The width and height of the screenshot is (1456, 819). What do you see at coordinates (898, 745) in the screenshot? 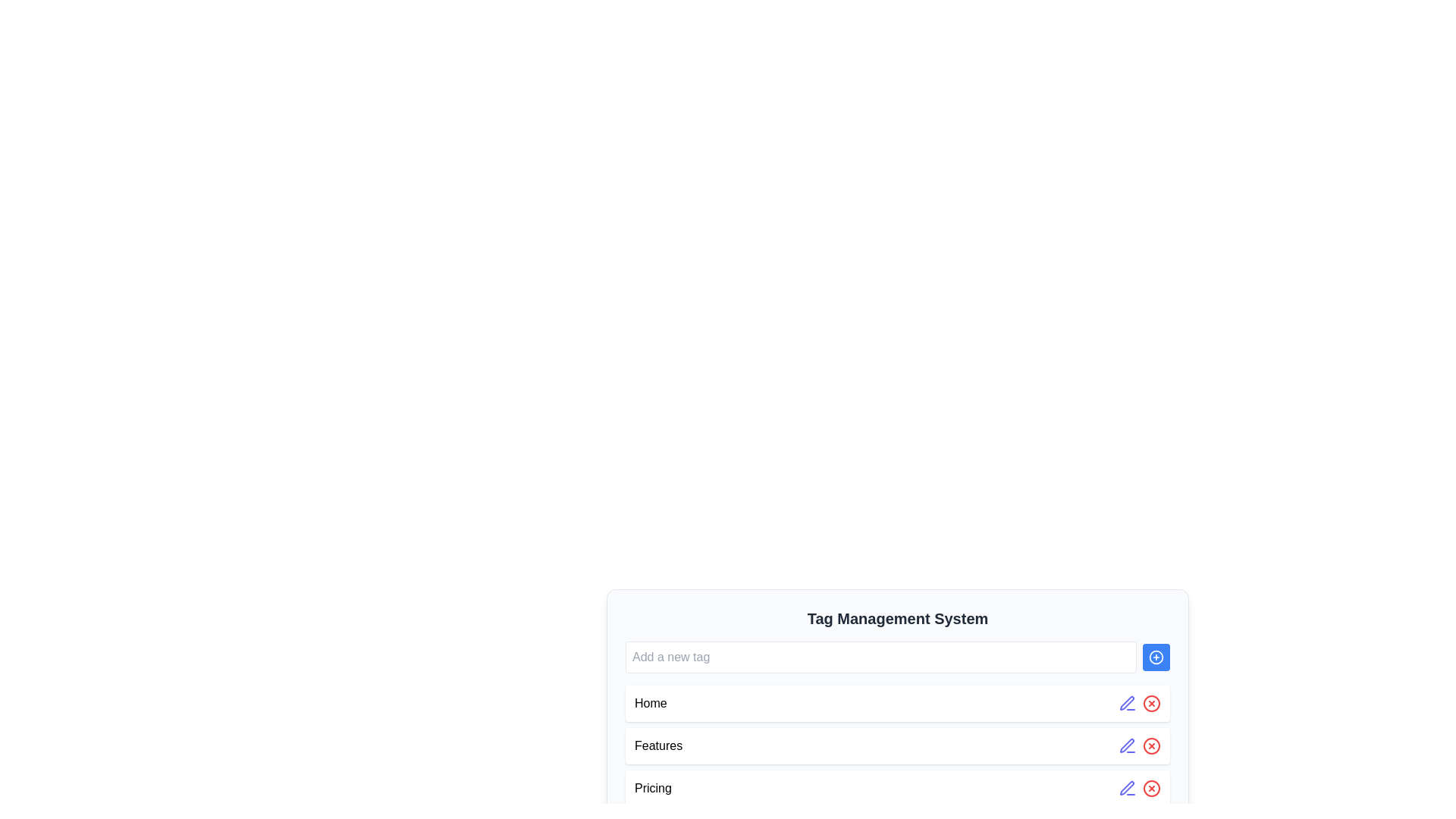
I see `the 'Features' list item` at bounding box center [898, 745].